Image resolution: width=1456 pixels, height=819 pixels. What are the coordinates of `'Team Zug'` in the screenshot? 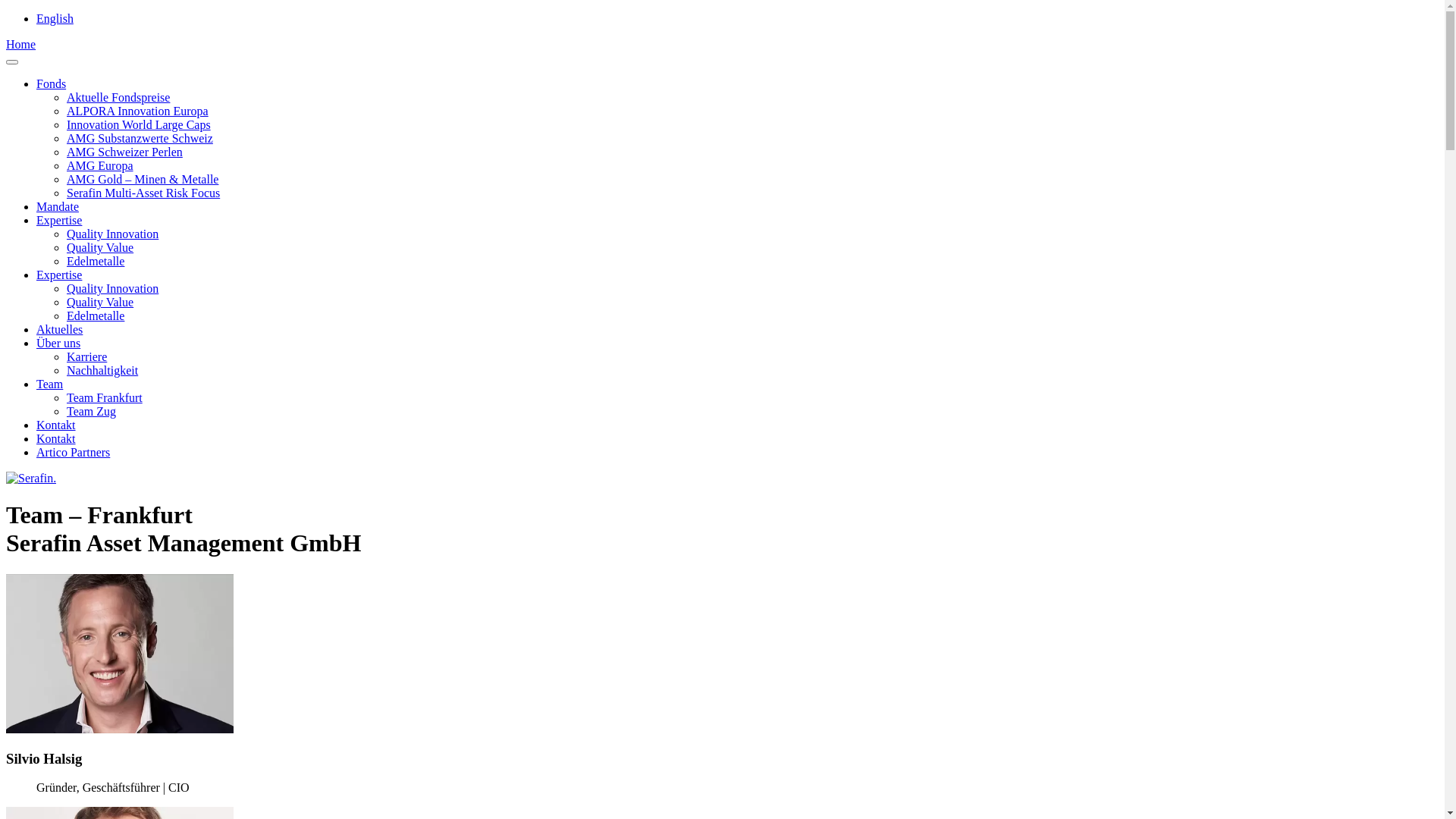 It's located at (90, 411).